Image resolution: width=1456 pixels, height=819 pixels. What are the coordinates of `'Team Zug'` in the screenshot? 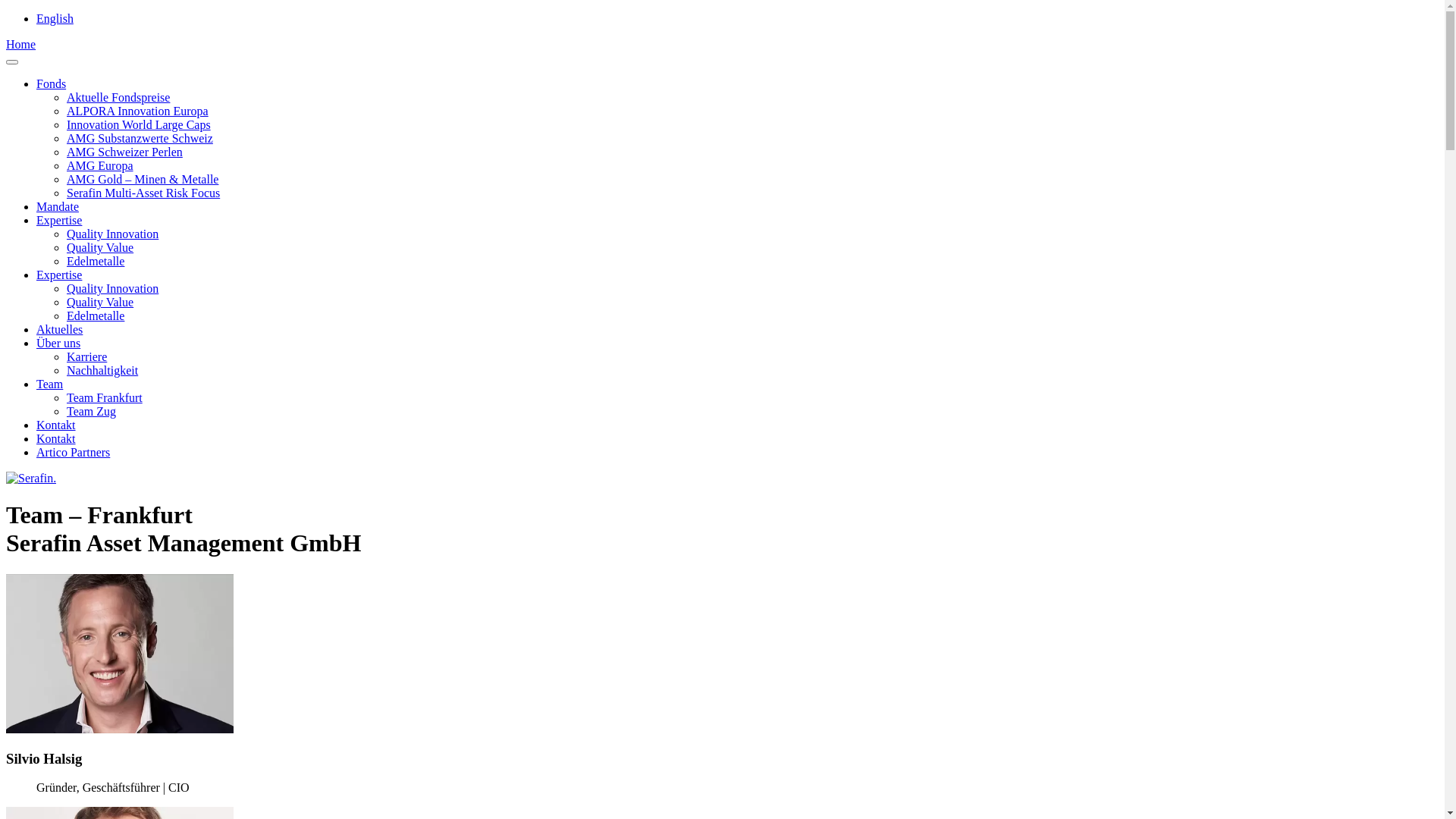 It's located at (90, 411).